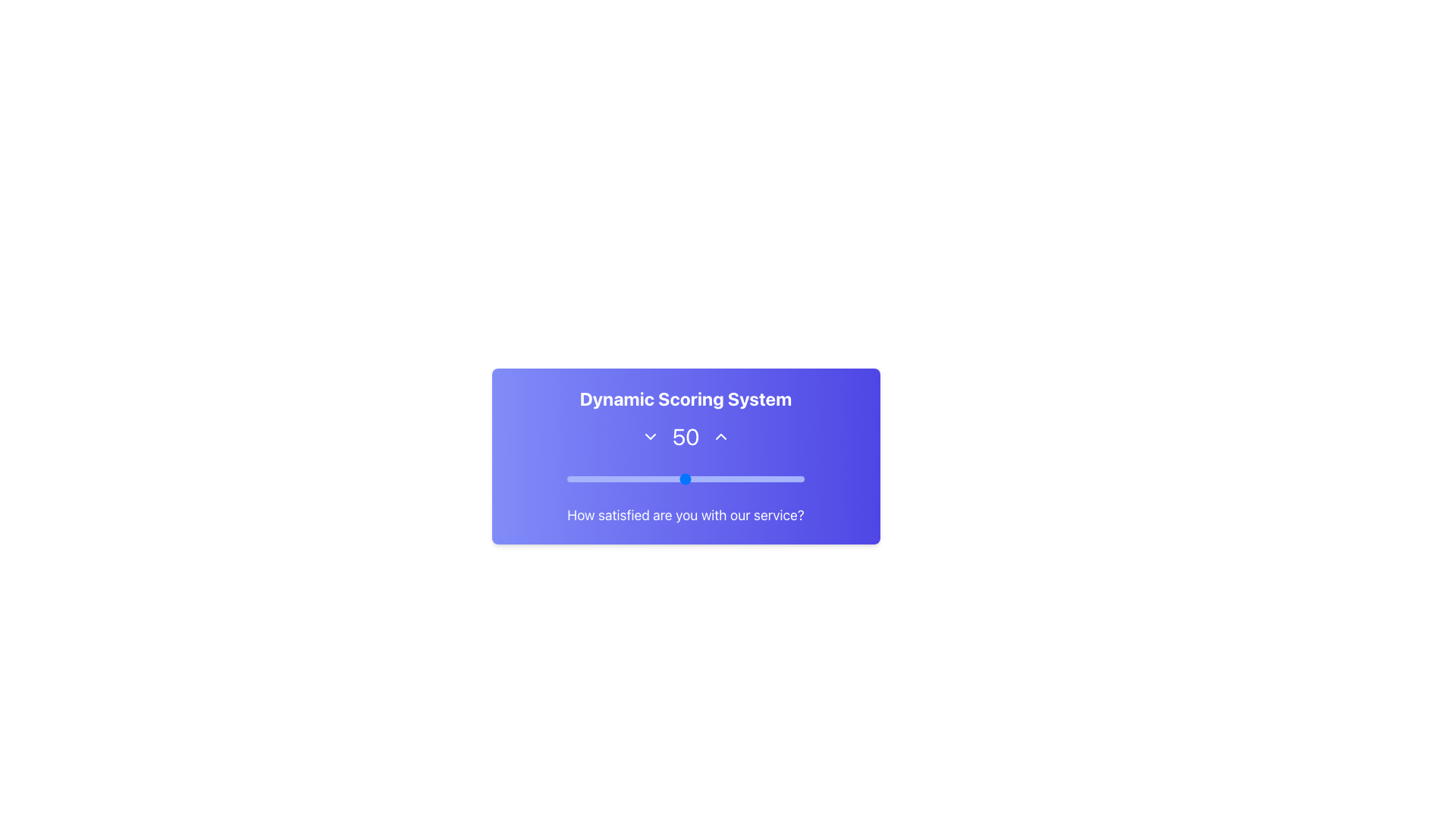  What do you see at coordinates (592, 475) in the screenshot?
I see `the slider` at bounding box center [592, 475].